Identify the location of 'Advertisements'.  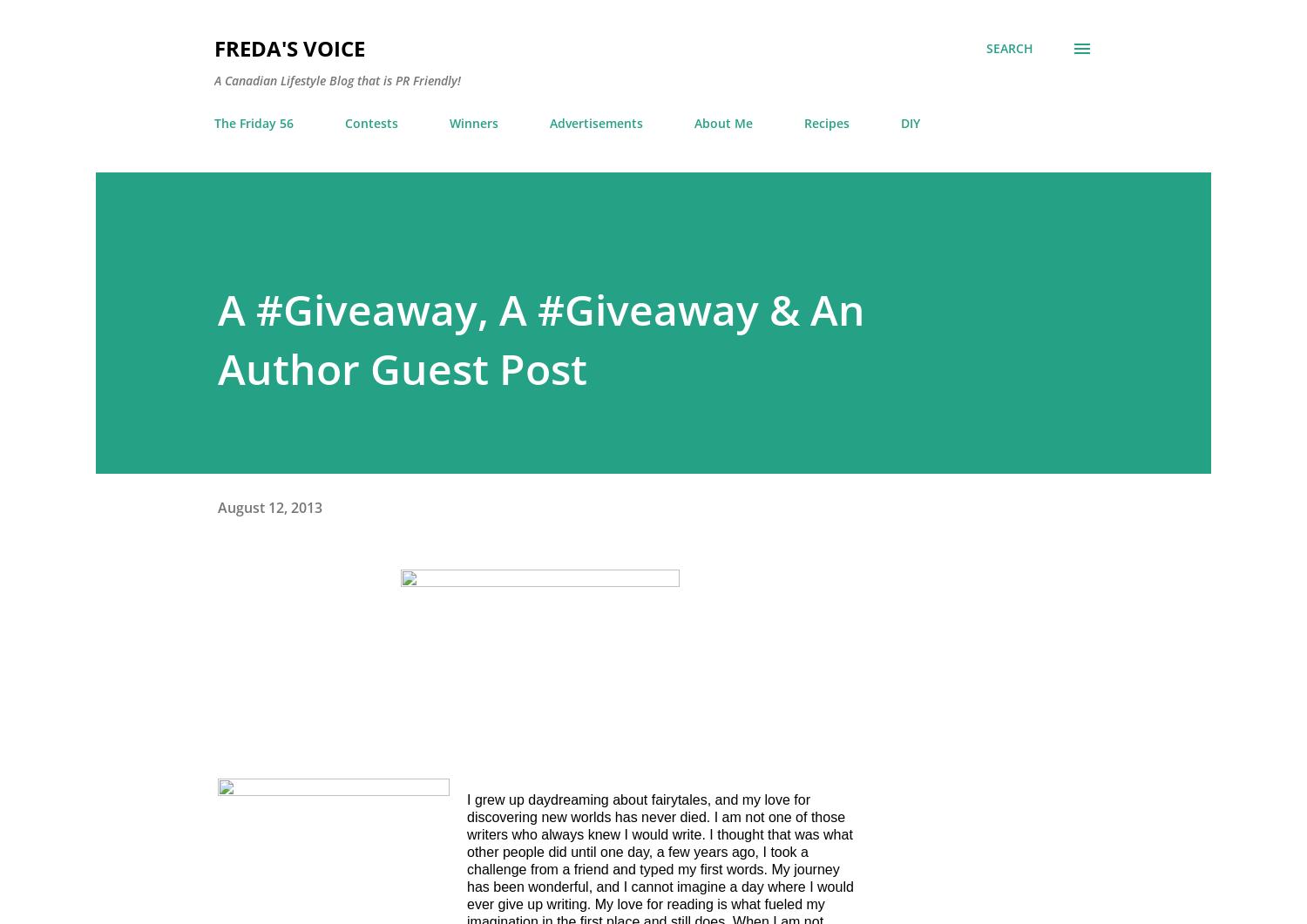
(596, 123).